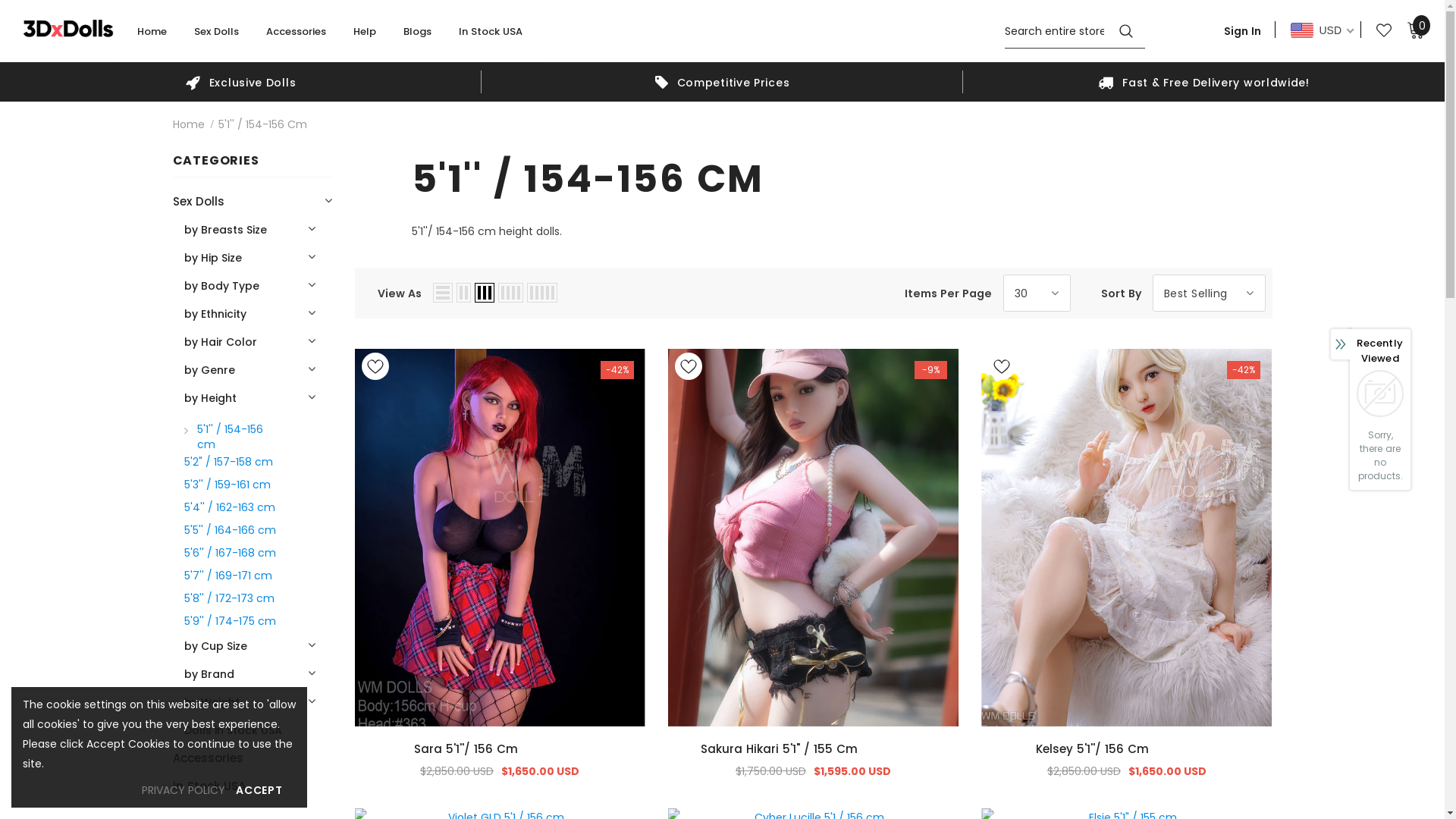 This screenshot has width=1456, height=819. Describe the element at coordinates (225, 483) in the screenshot. I see `'5'3'' / 159-161 cm'` at that location.